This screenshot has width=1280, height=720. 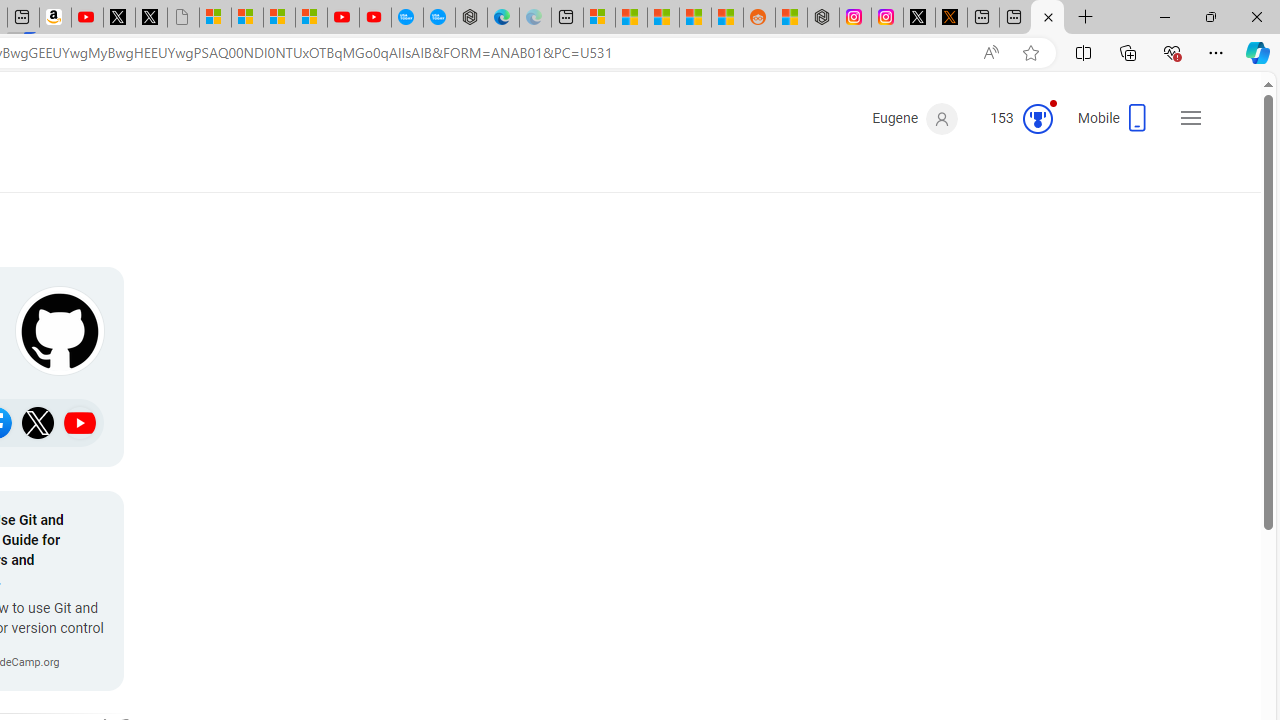 I want to click on 'Mobile', so click(x=1113, y=124).